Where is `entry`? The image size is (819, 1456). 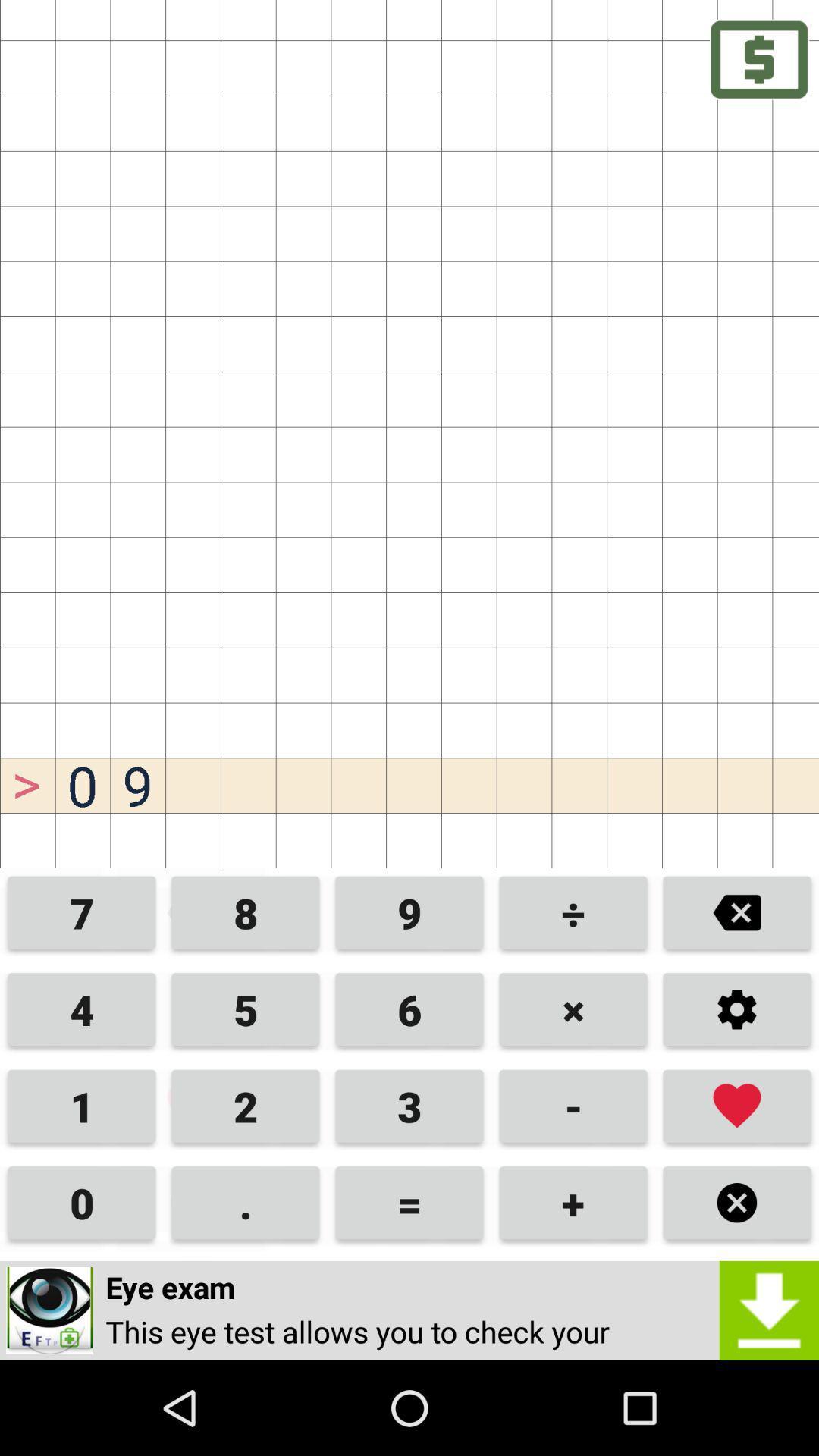
entry is located at coordinates (736, 1106).